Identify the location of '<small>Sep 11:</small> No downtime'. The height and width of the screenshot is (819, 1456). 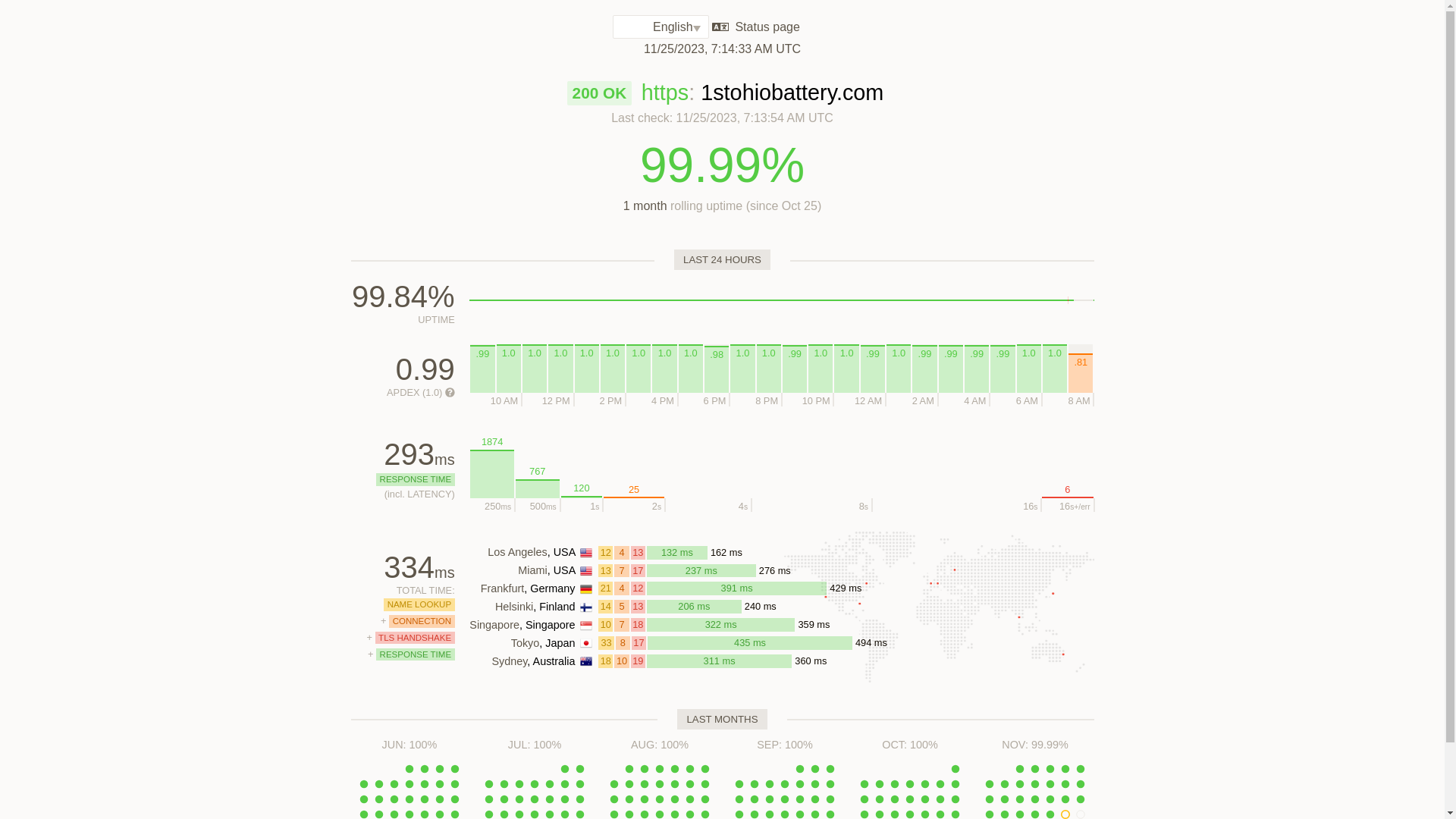
(739, 798).